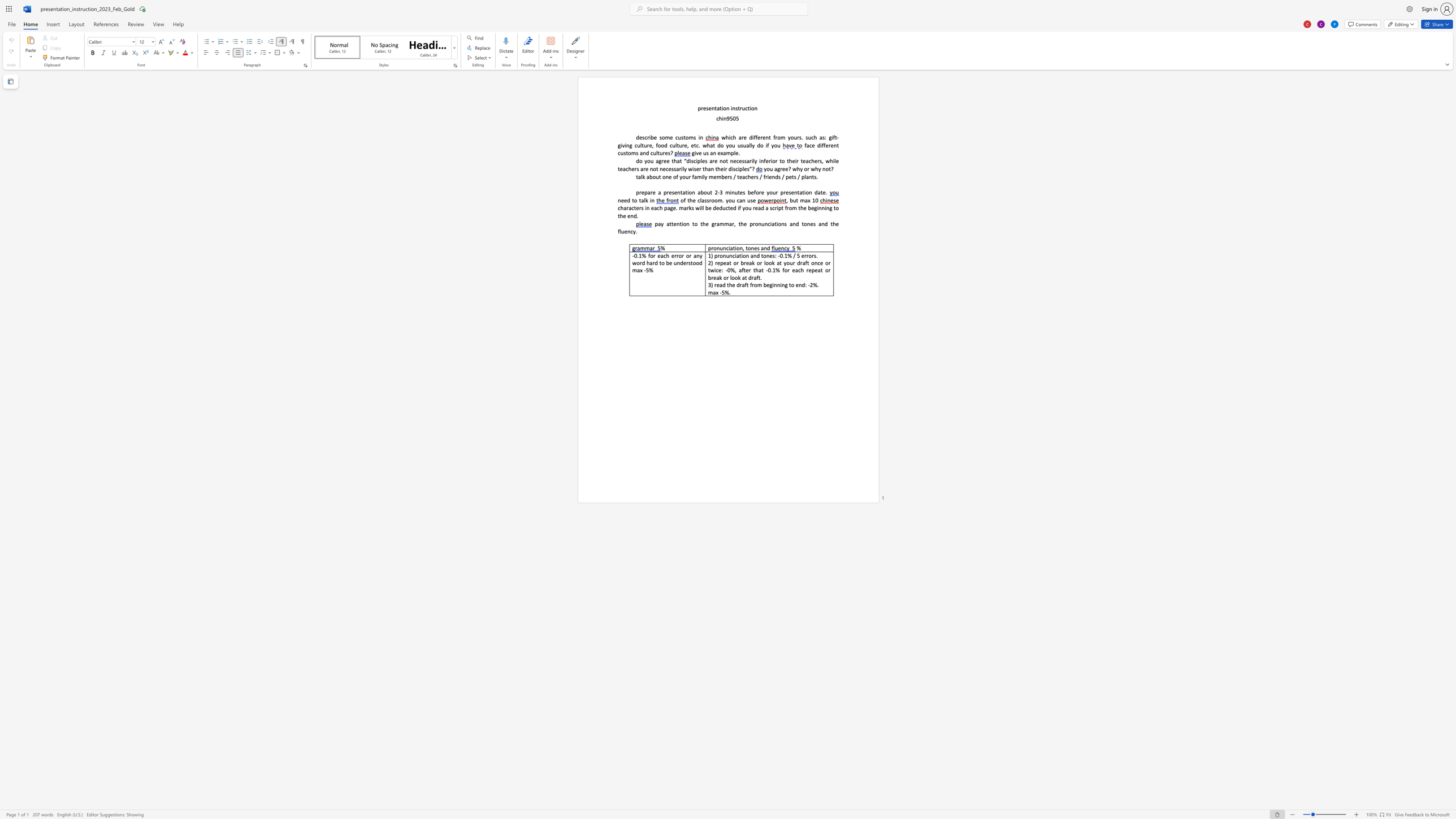 Image resolution: width=1456 pixels, height=819 pixels. I want to click on the 1th character "r" in the text, so click(711, 248).